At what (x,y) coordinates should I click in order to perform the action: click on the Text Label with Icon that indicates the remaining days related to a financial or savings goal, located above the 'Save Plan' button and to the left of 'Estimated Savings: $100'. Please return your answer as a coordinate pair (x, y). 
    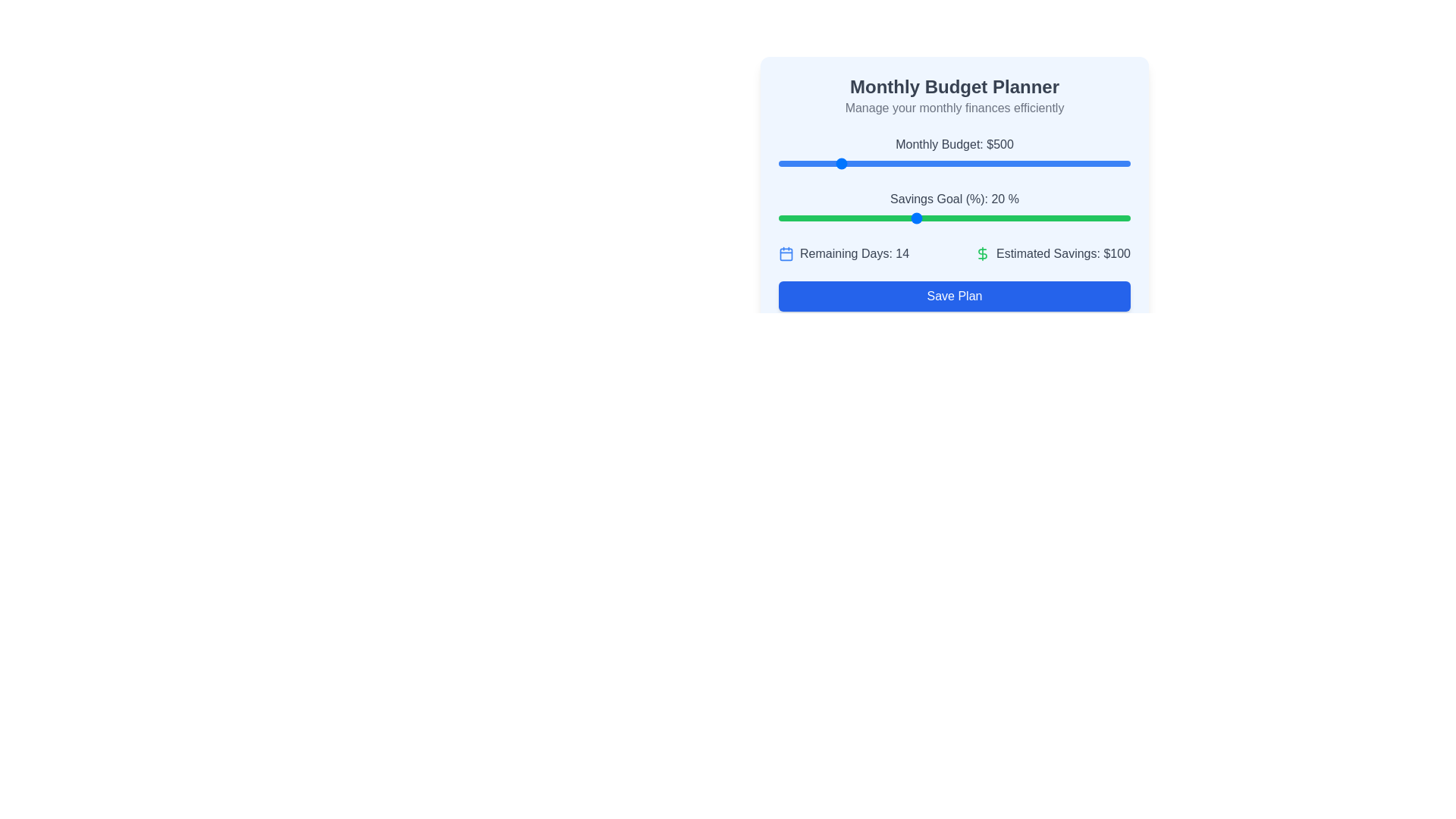
    Looking at the image, I should click on (843, 253).